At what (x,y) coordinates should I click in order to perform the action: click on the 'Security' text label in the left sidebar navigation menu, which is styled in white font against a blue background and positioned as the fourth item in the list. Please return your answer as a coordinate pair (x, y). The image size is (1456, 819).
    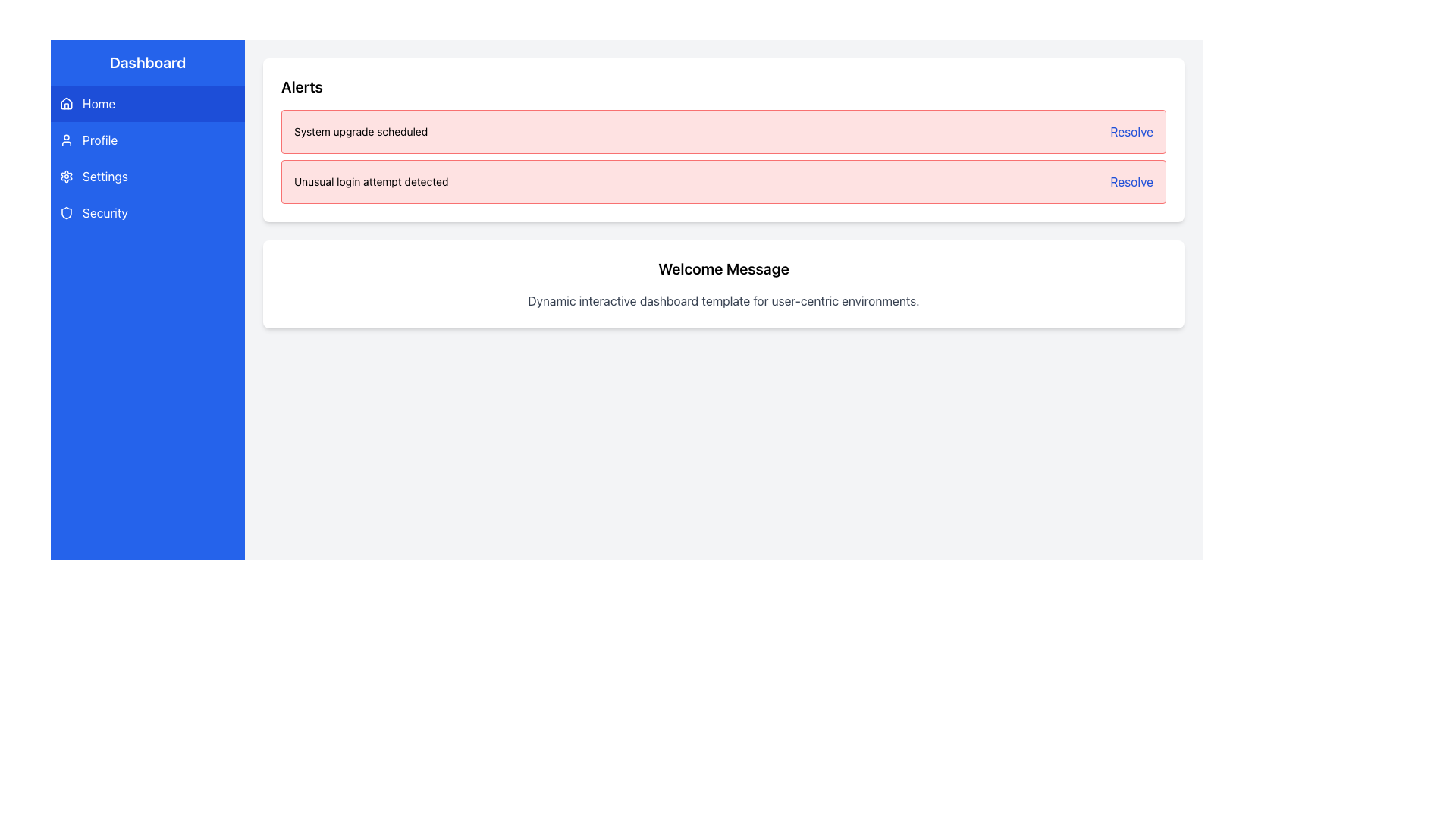
    Looking at the image, I should click on (104, 213).